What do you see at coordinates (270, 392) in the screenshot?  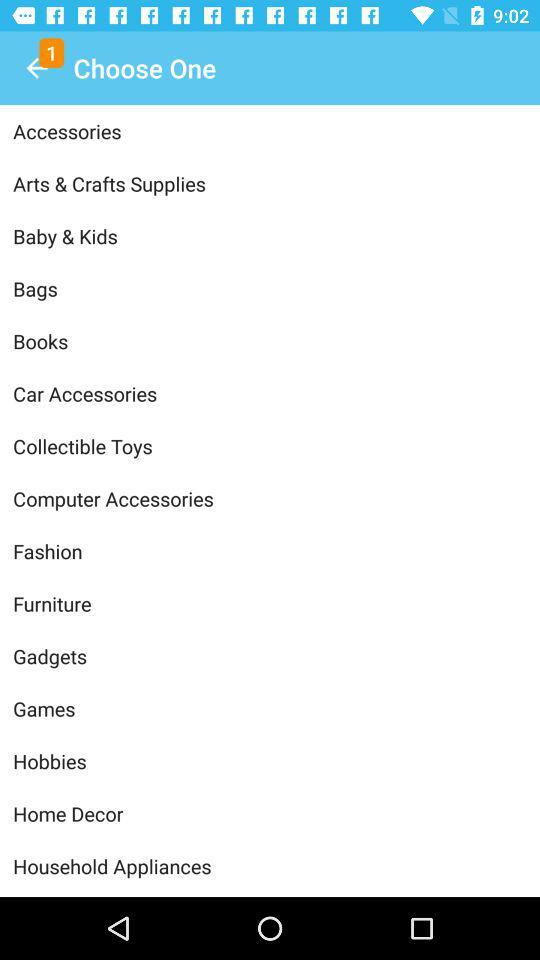 I see `the car accessories icon` at bounding box center [270, 392].